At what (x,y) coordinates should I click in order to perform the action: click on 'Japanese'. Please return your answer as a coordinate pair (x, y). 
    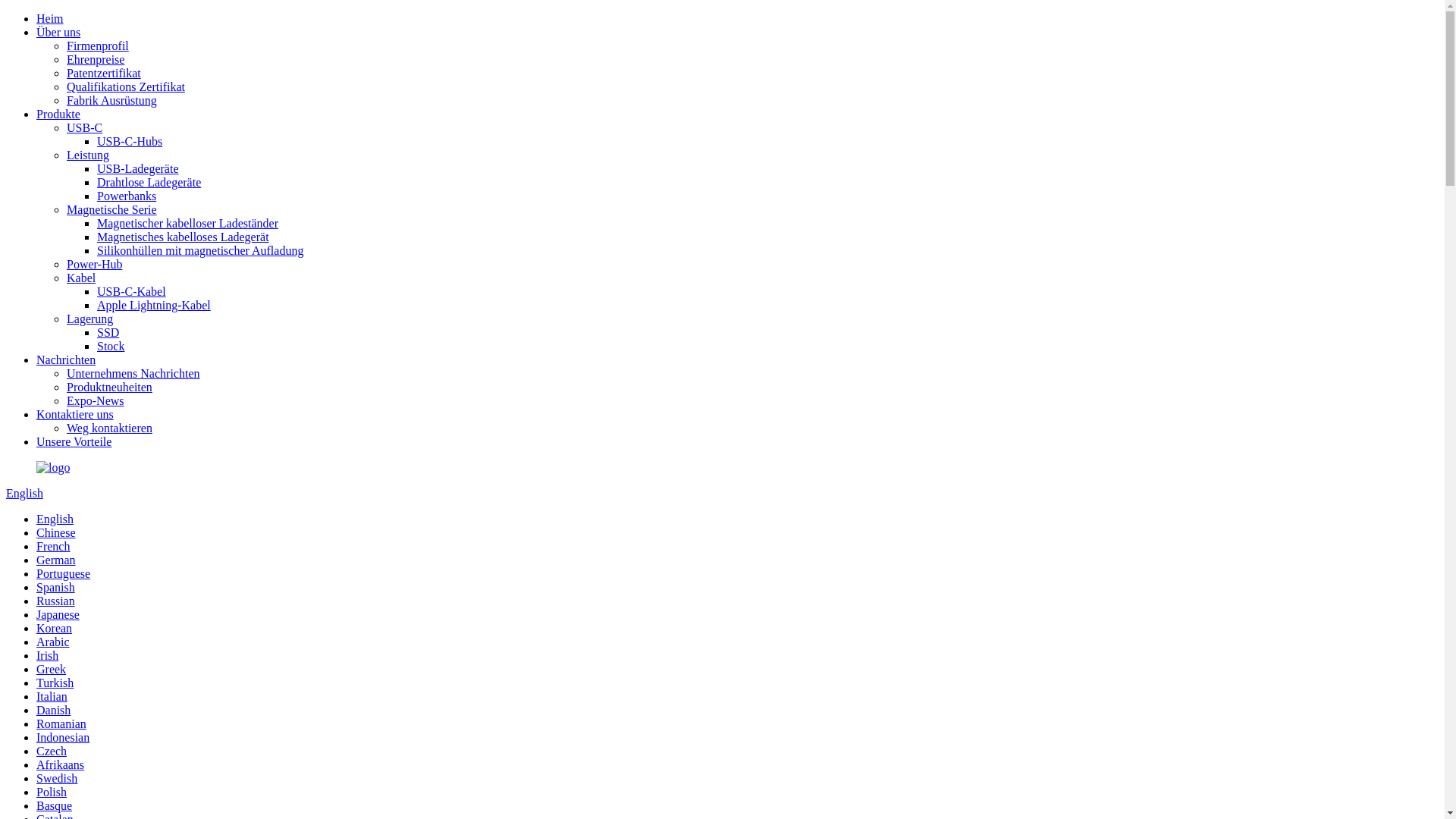
    Looking at the image, I should click on (58, 614).